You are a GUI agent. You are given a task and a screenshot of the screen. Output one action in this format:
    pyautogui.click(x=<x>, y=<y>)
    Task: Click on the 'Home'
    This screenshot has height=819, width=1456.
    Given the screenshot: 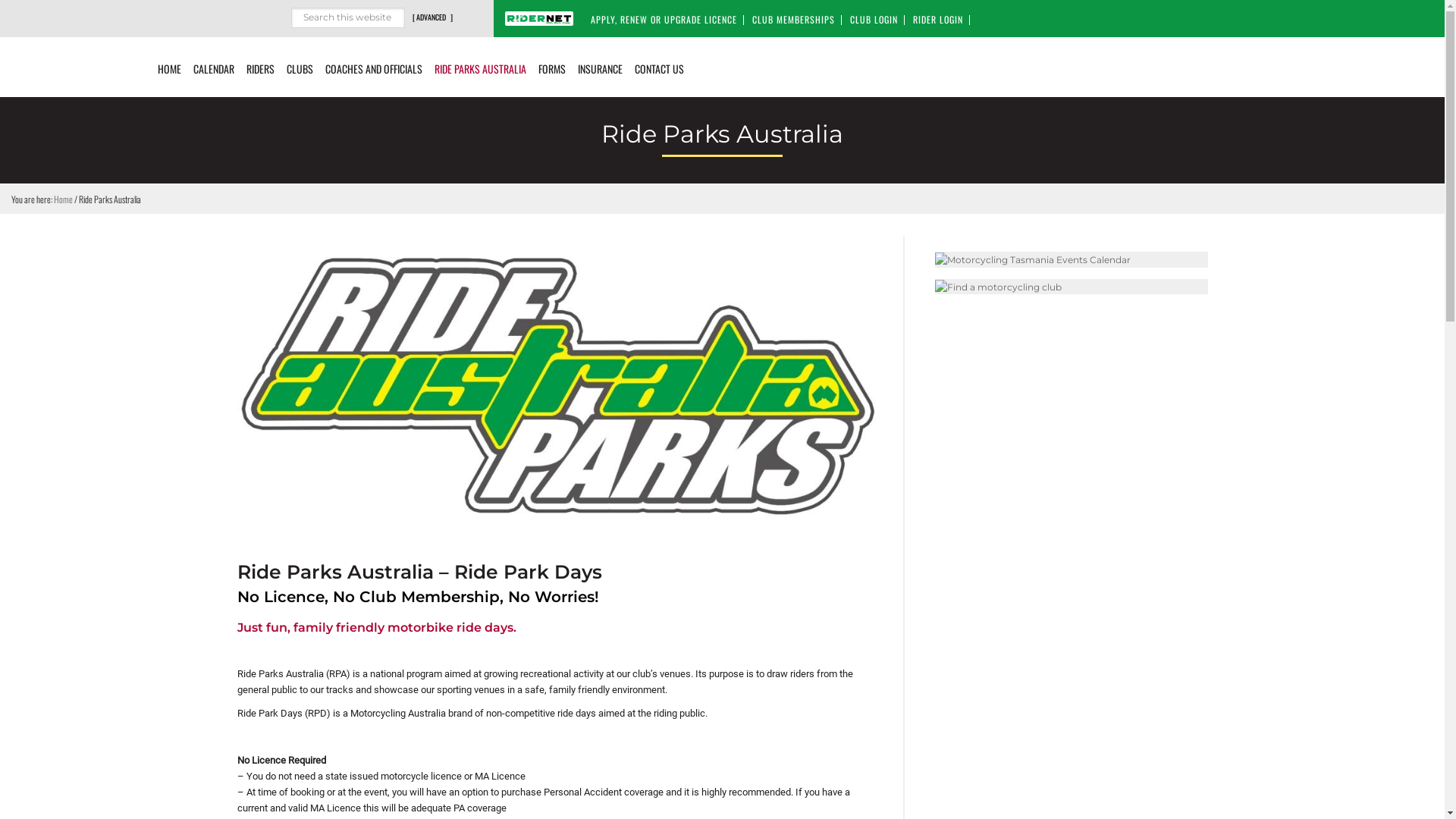 What is the action you would take?
    pyautogui.click(x=62, y=198)
    